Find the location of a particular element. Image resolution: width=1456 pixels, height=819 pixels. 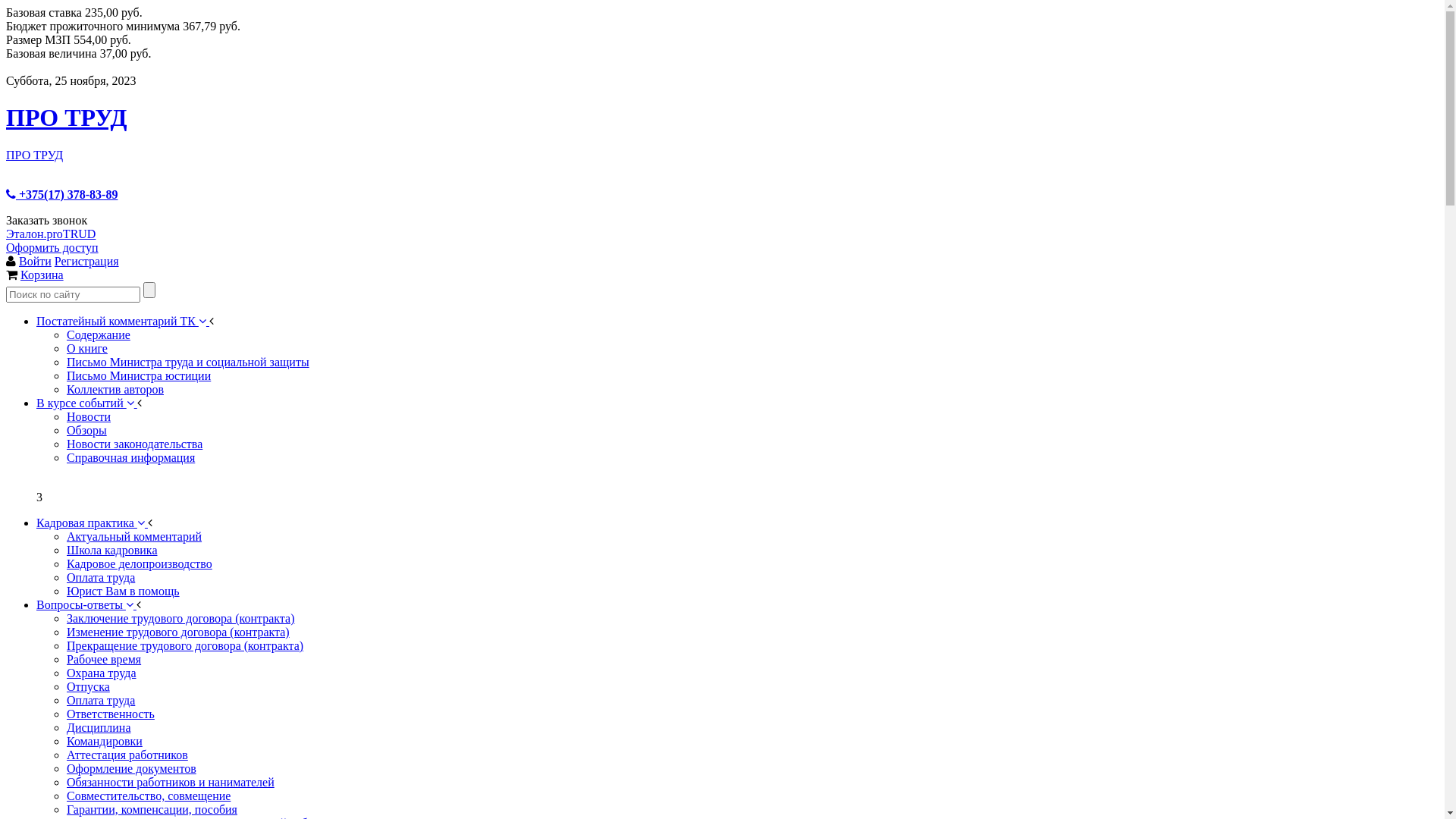

'+375(17) 378-83-89' is located at coordinates (61, 193).